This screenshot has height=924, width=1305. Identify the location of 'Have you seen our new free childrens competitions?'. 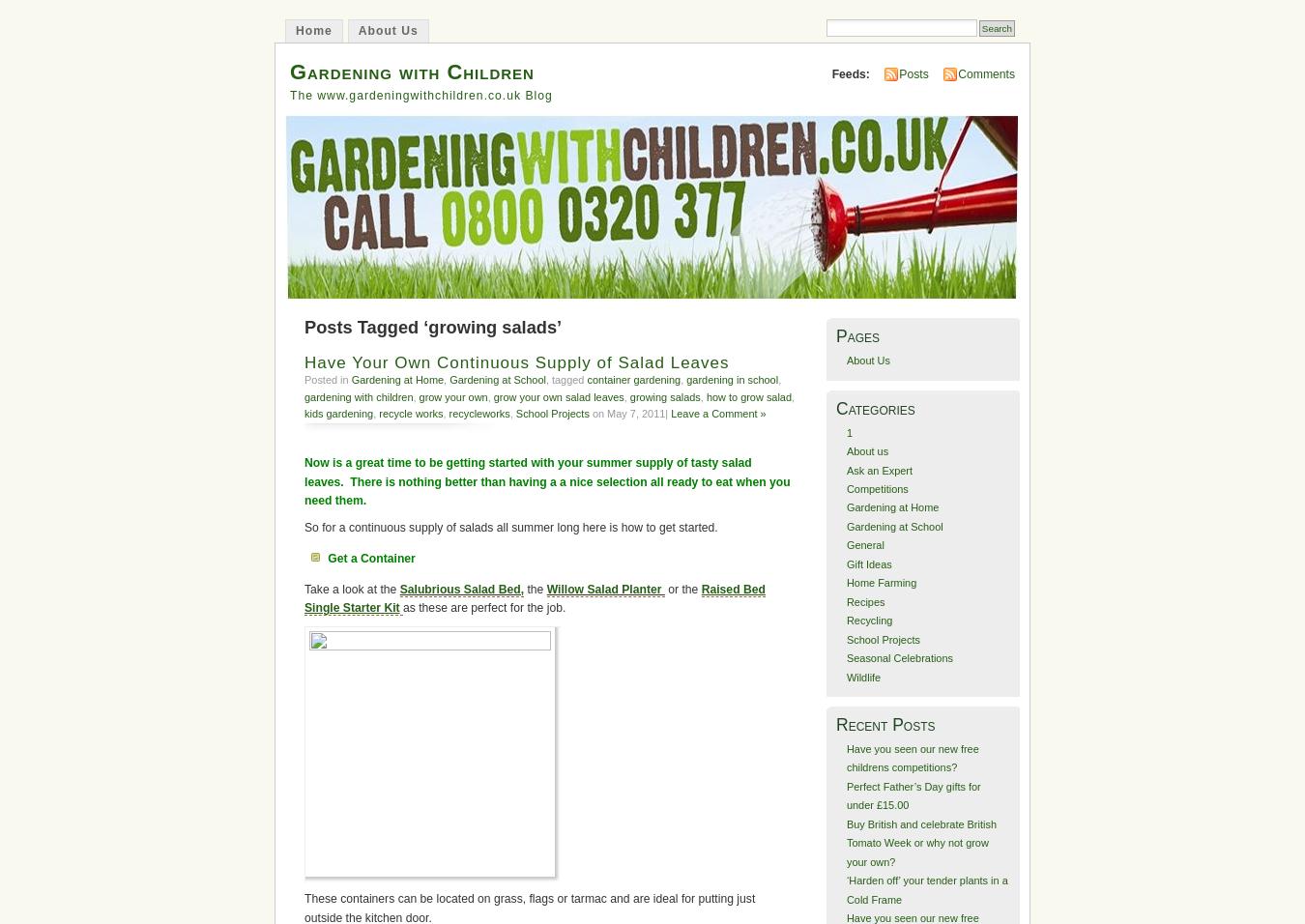
(911, 757).